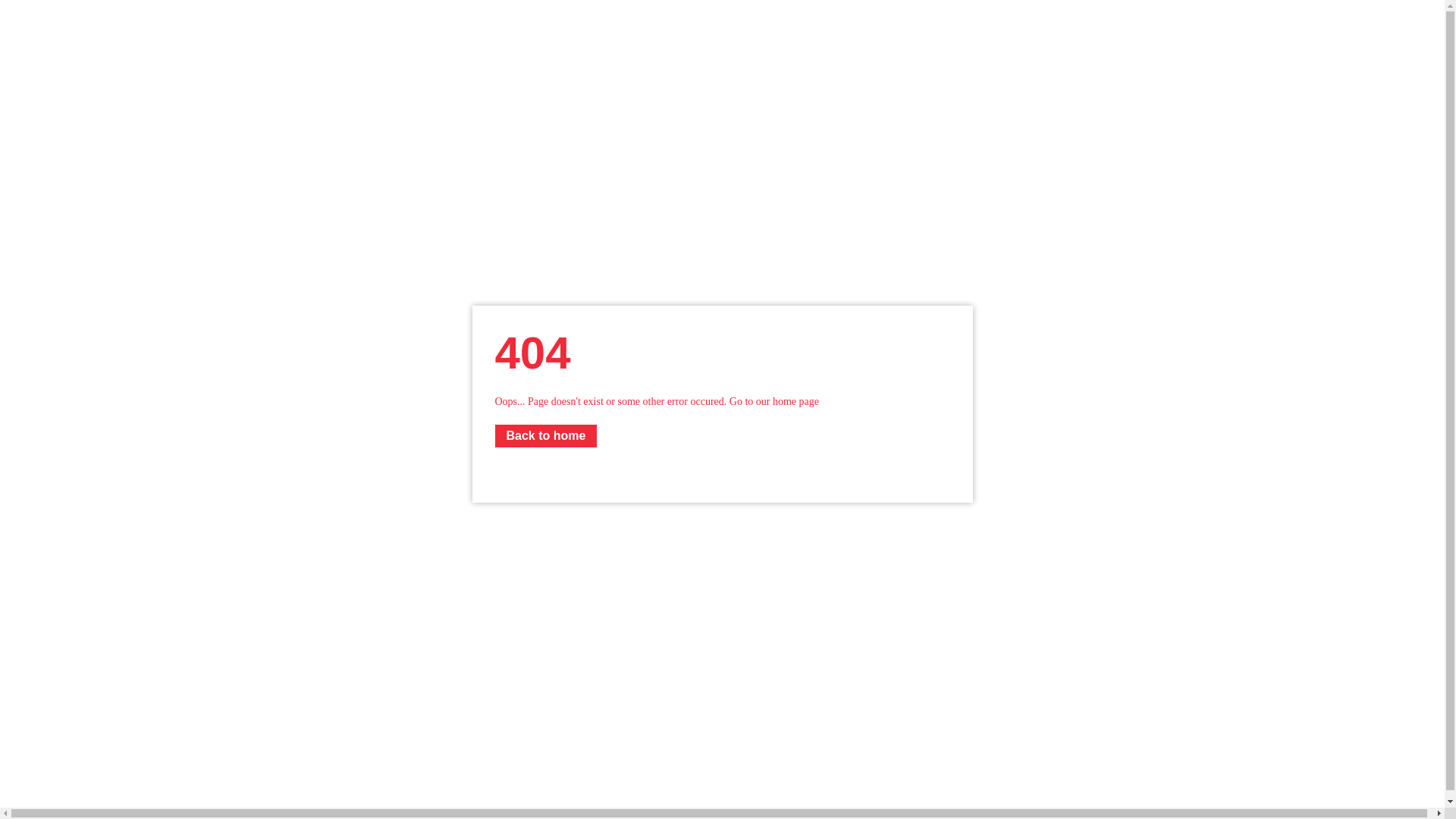 Image resolution: width=1456 pixels, height=819 pixels. I want to click on 'Back to home', so click(545, 435).